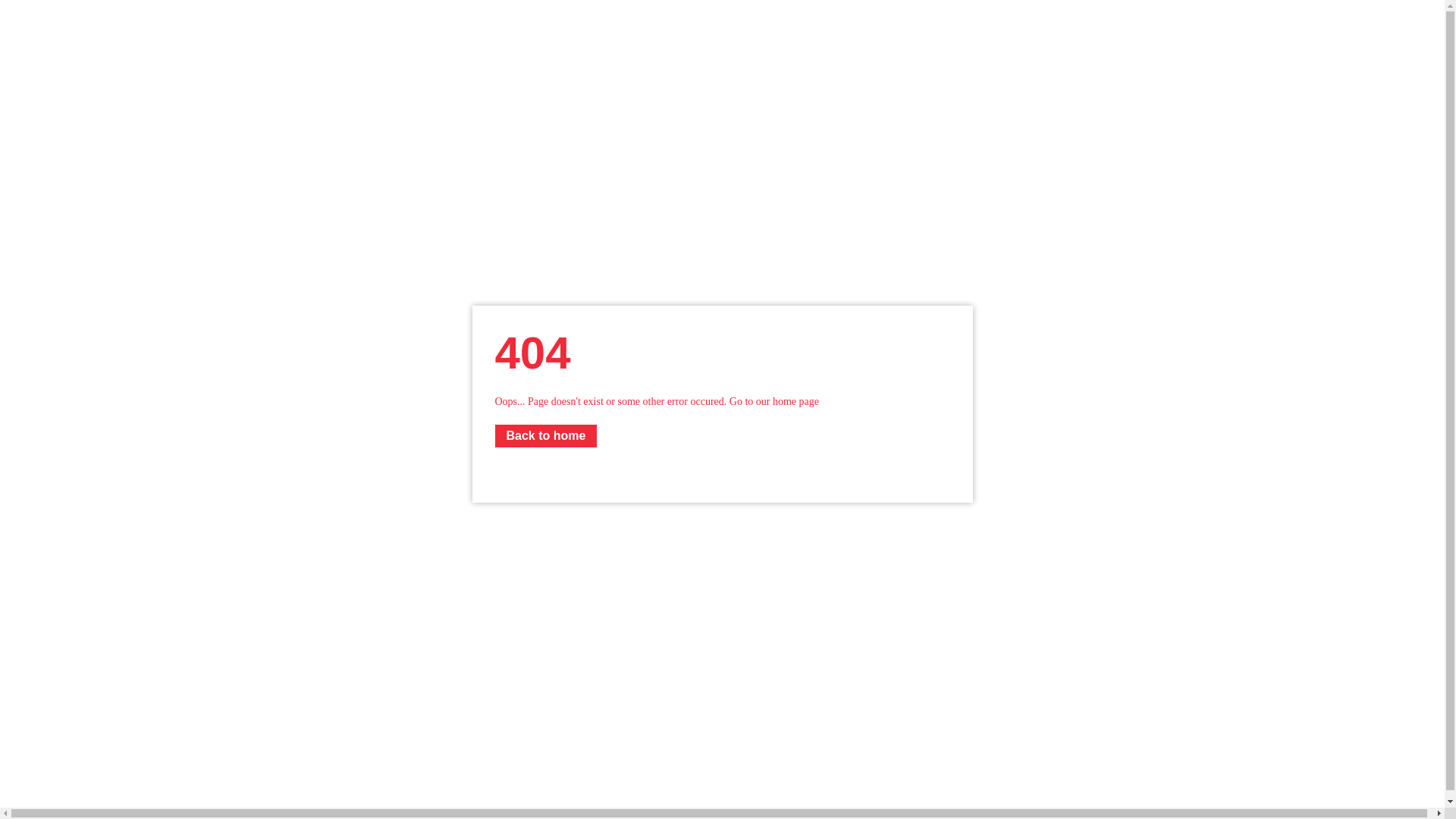 Image resolution: width=1456 pixels, height=819 pixels. I want to click on 'Back to home', so click(545, 435).